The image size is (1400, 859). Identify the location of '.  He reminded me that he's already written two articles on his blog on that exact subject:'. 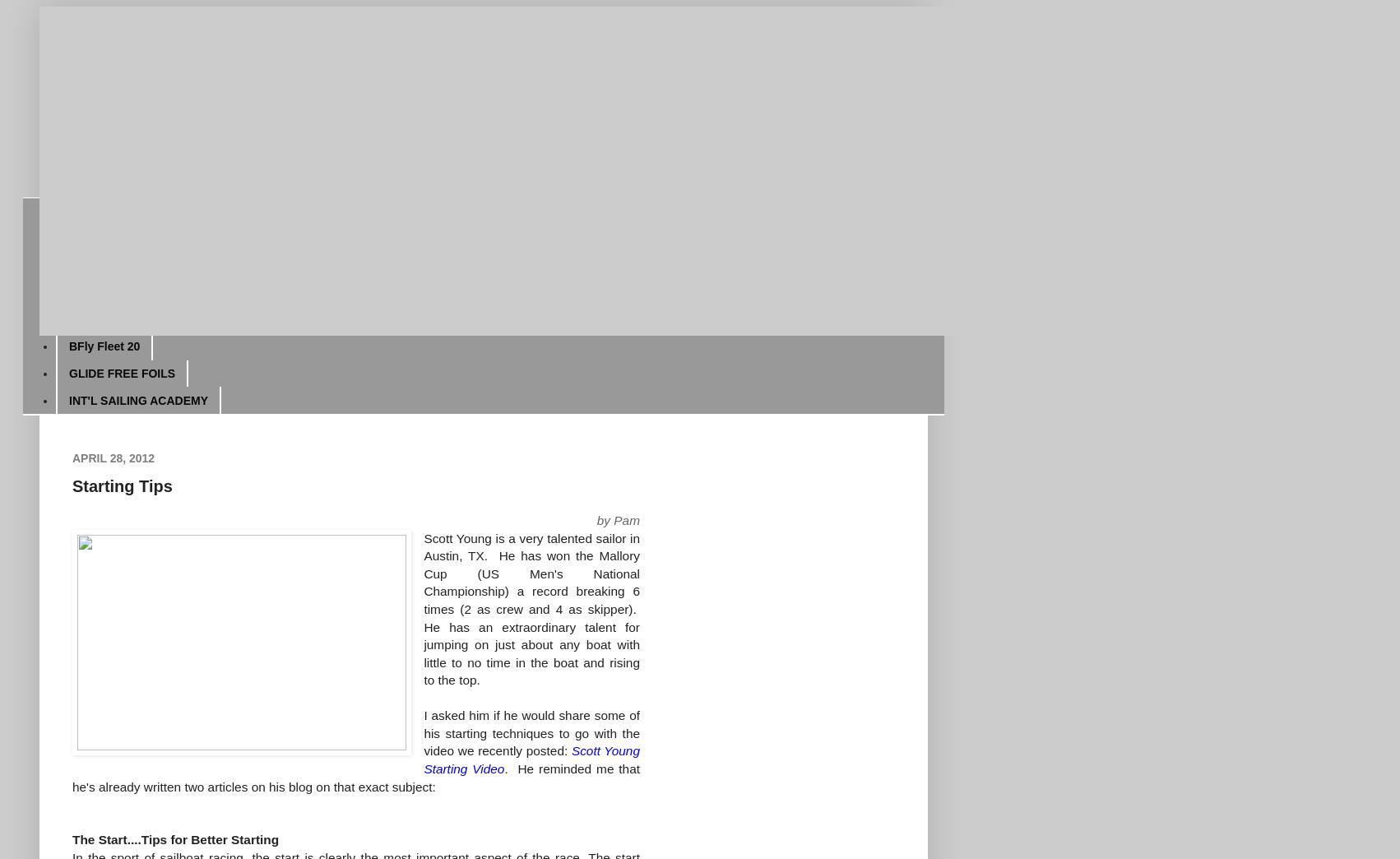
(72, 777).